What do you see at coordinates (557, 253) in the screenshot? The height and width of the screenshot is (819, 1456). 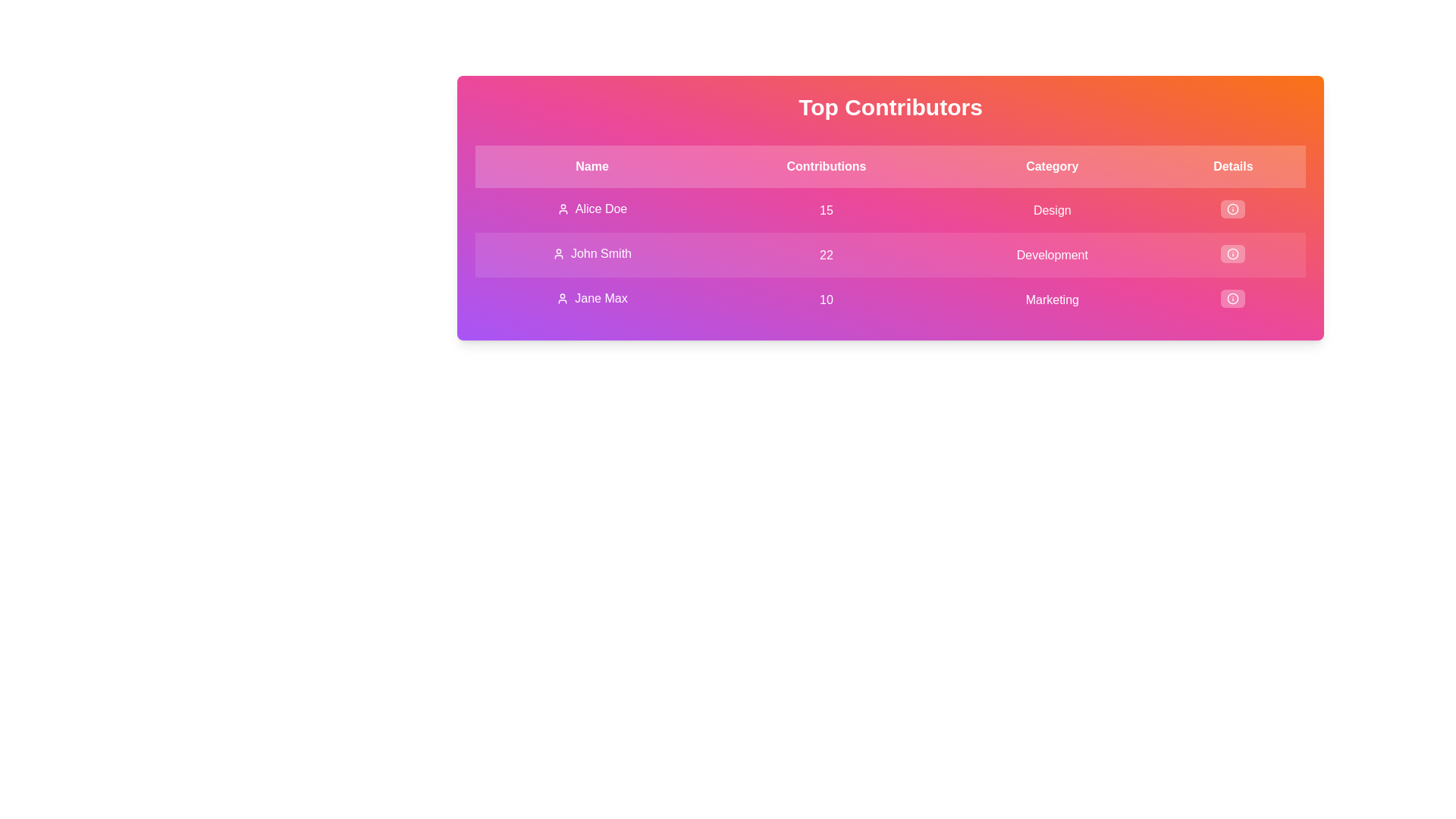 I see `the user icon representing John Smith in the second row of the Top Contributors table` at bounding box center [557, 253].